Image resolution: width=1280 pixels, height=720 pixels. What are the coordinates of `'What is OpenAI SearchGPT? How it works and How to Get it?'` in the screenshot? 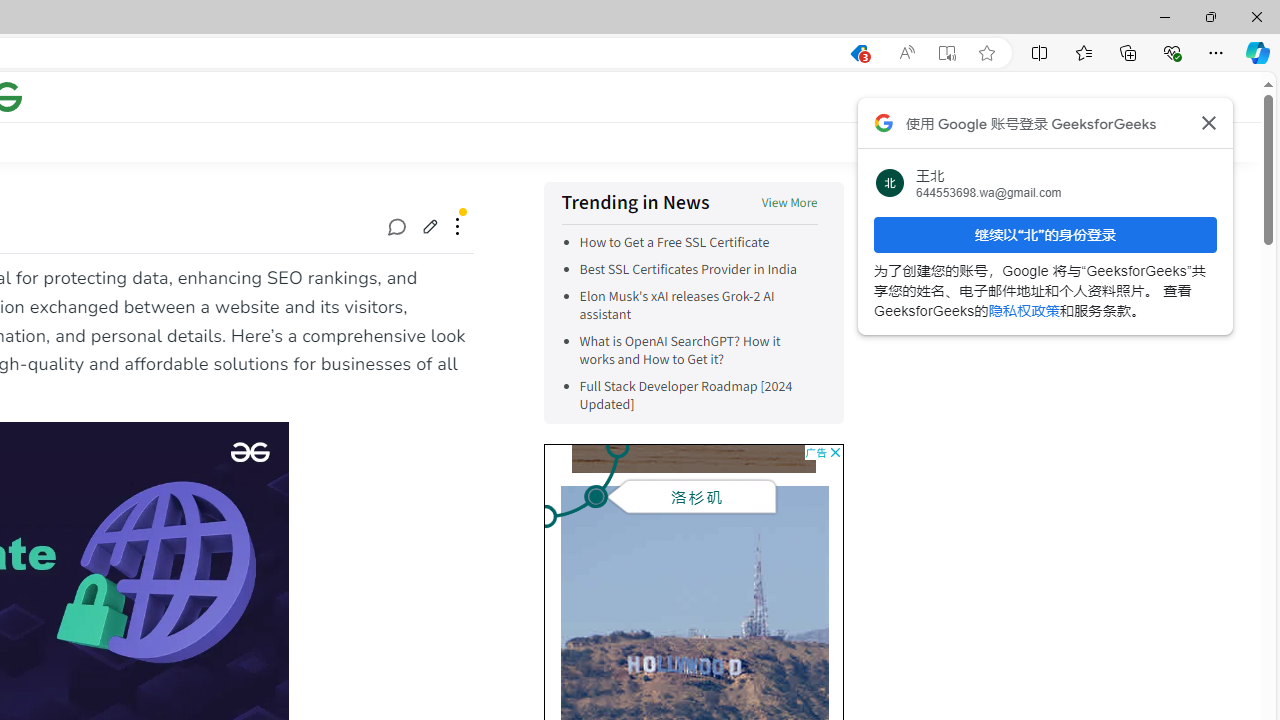 It's located at (698, 349).